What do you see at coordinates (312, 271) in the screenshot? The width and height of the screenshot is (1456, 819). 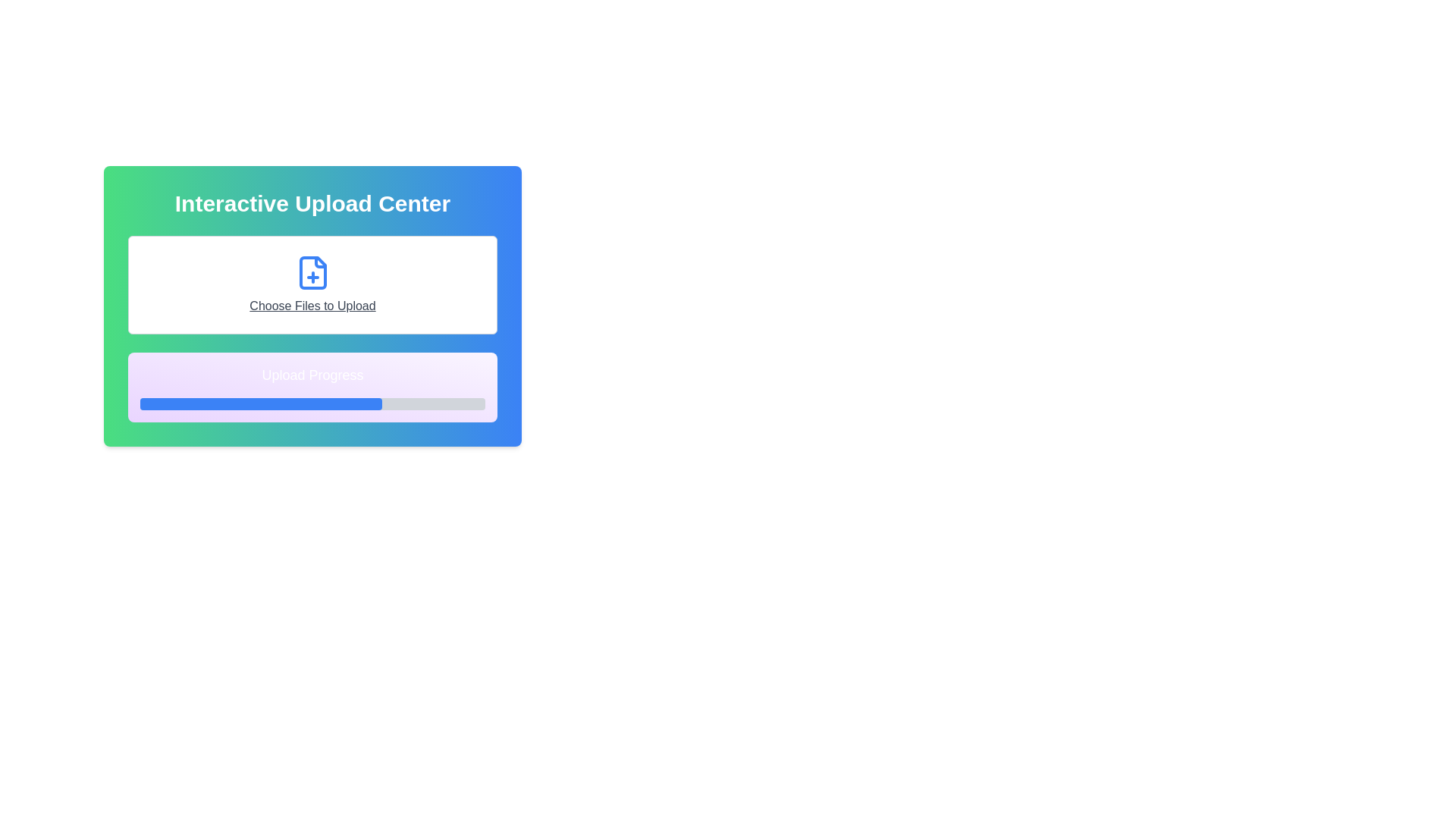 I see `the document-shaped vector graphic icon with a folded top right corner, filled with blue hue and a plus sign, located in the central area of the card above 'Choose Files to Upload'` at bounding box center [312, 271].